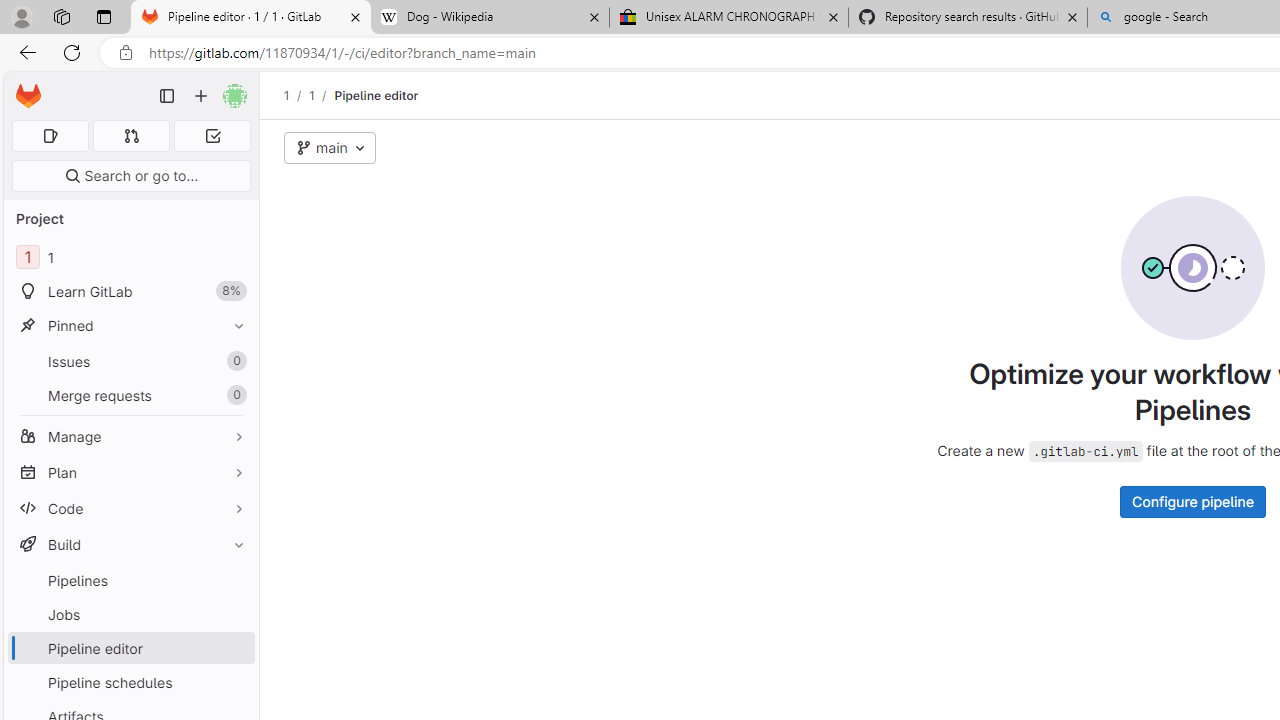 The width and height of the screenshot is (1280, 720). What do you see at coordinates (130, 256) in the screenshot?
I see `'11'` at bounding box center [130, 256].